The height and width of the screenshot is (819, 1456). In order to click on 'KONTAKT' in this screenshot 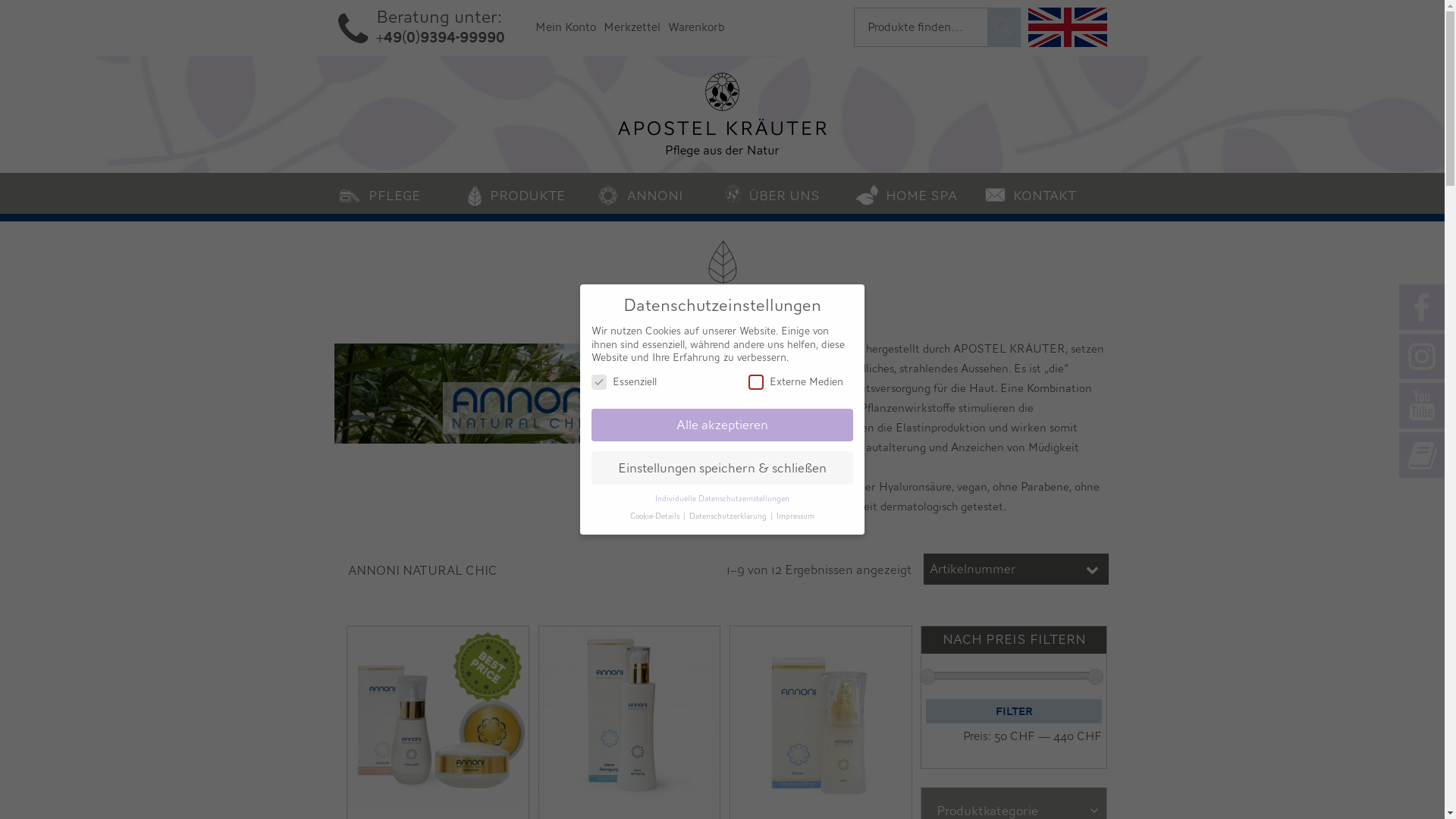, I will do `click(1044, 192)`.